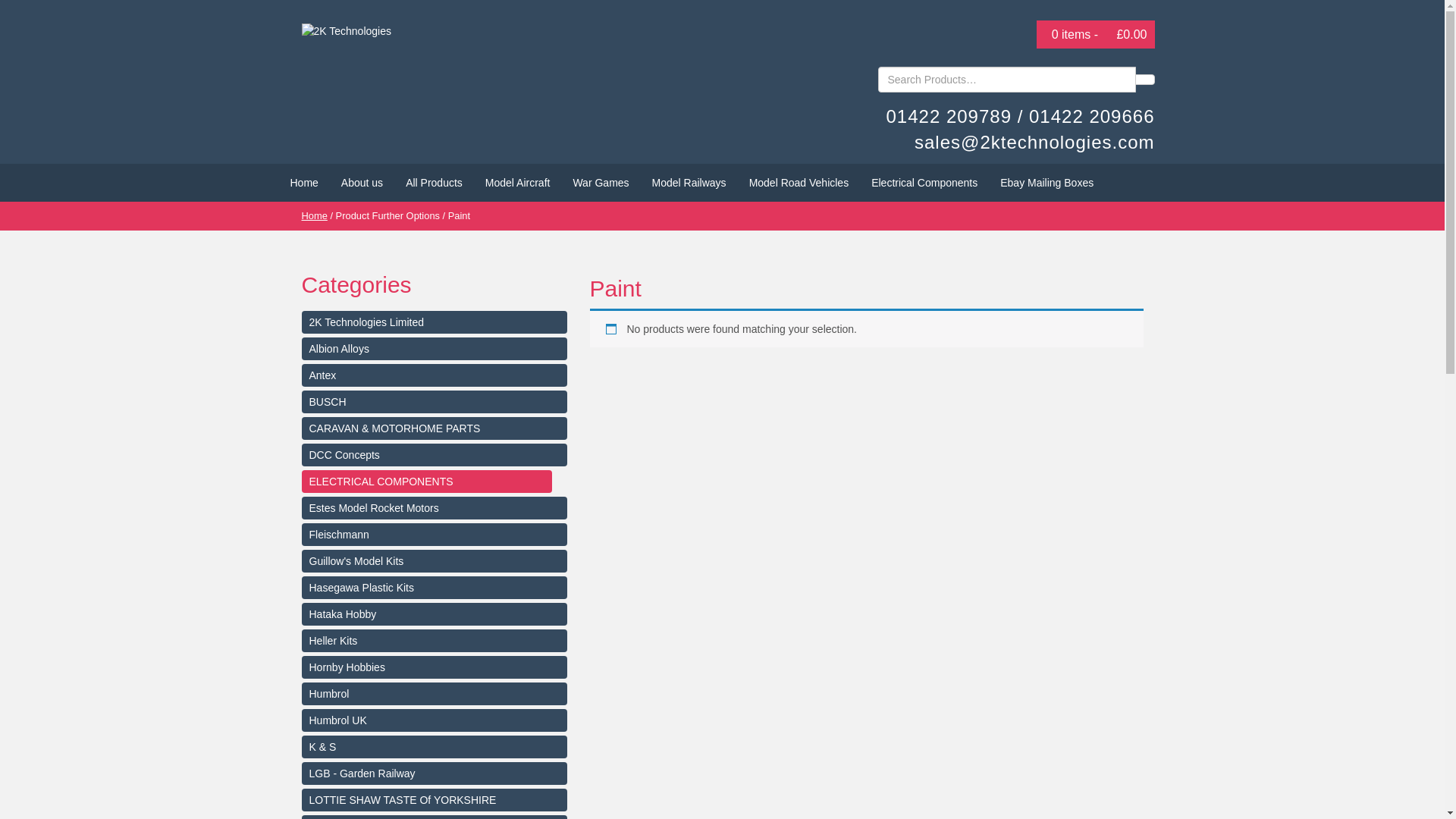  I want to click on 'LOTTIE SHAW TASTE Of YORKSHIRE', so click(433, 799).